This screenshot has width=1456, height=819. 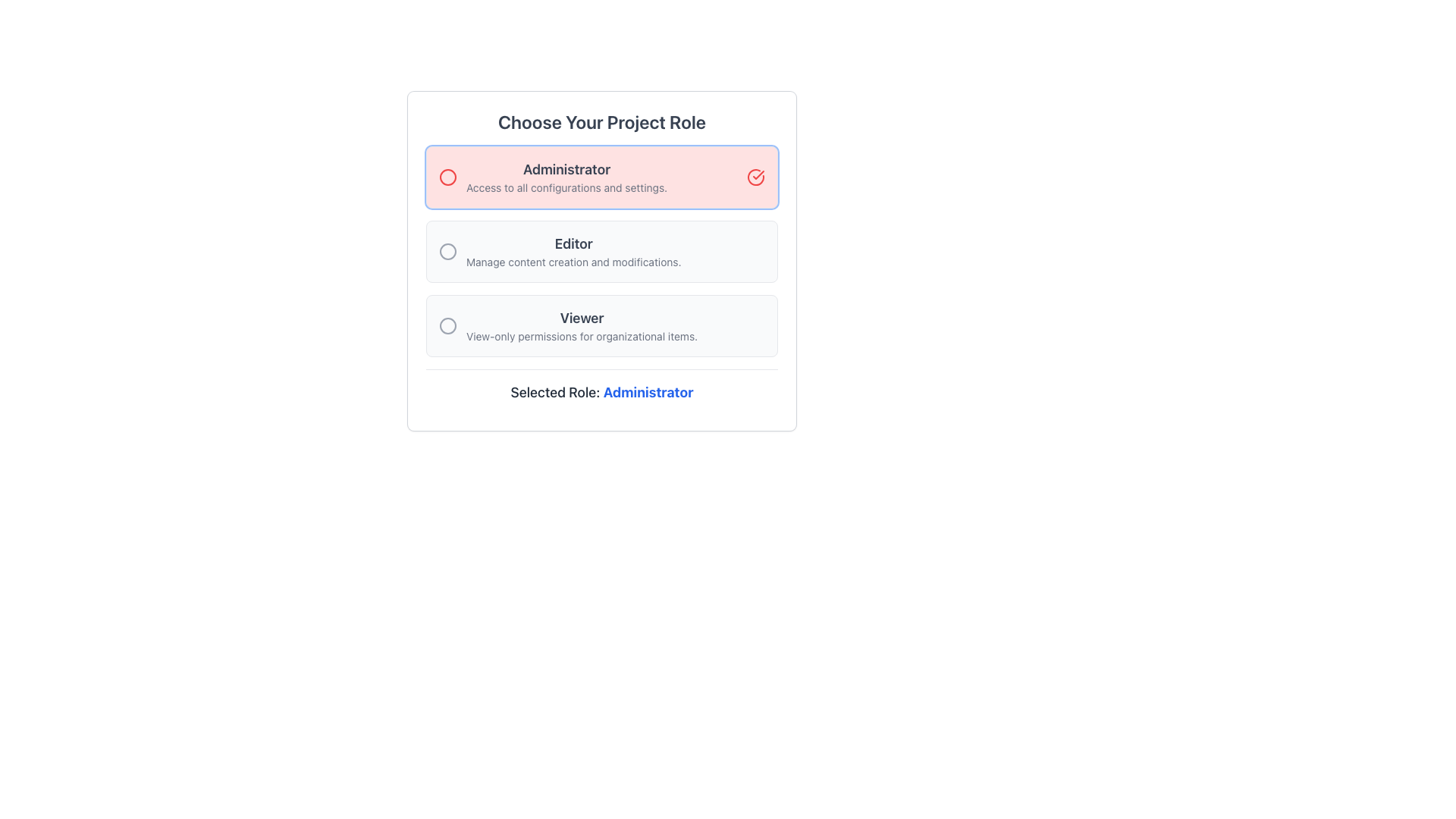 What do you see at coordinates (552, 177) in the screenshot?
I see `the Selectable Role Option labeled 'Administrator'` at bounding box center [552, 177].